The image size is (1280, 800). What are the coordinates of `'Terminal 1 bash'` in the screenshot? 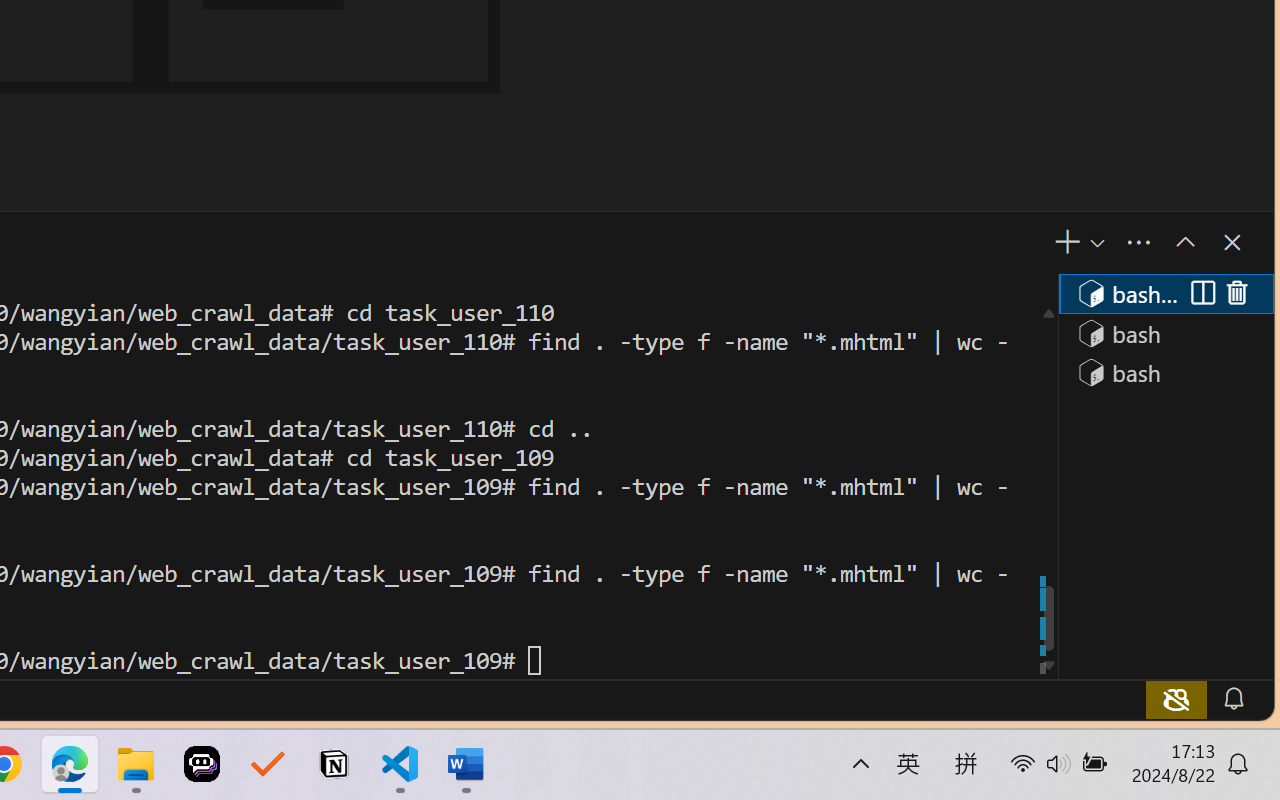 It's located at (1165, 293).